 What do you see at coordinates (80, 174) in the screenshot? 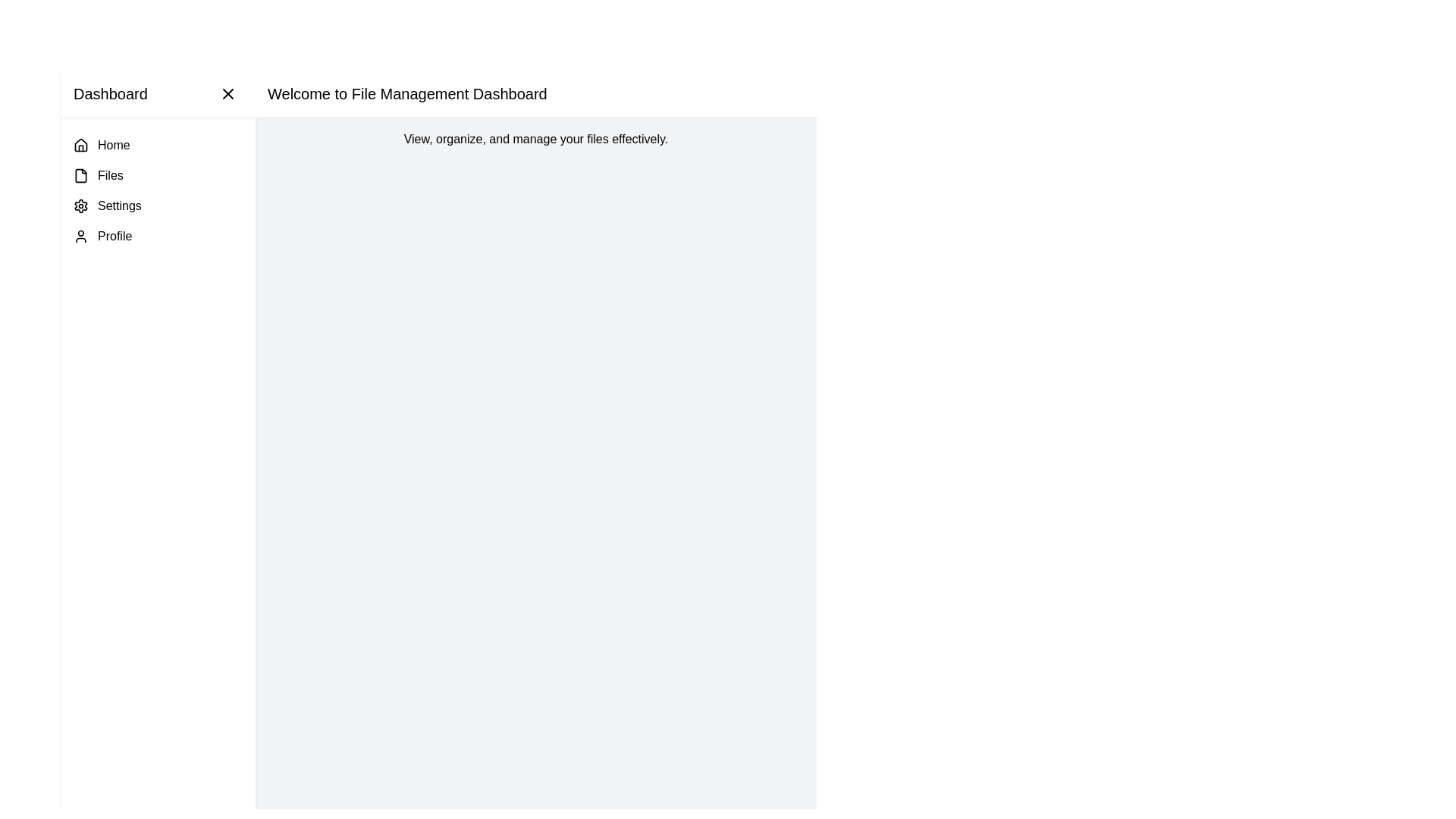
I see `the document outline icon in the 'Files' menu item located on the left sidebar, positioned below the 'Home' item and above the 'Settings' item` at bounding box center [80, 174].